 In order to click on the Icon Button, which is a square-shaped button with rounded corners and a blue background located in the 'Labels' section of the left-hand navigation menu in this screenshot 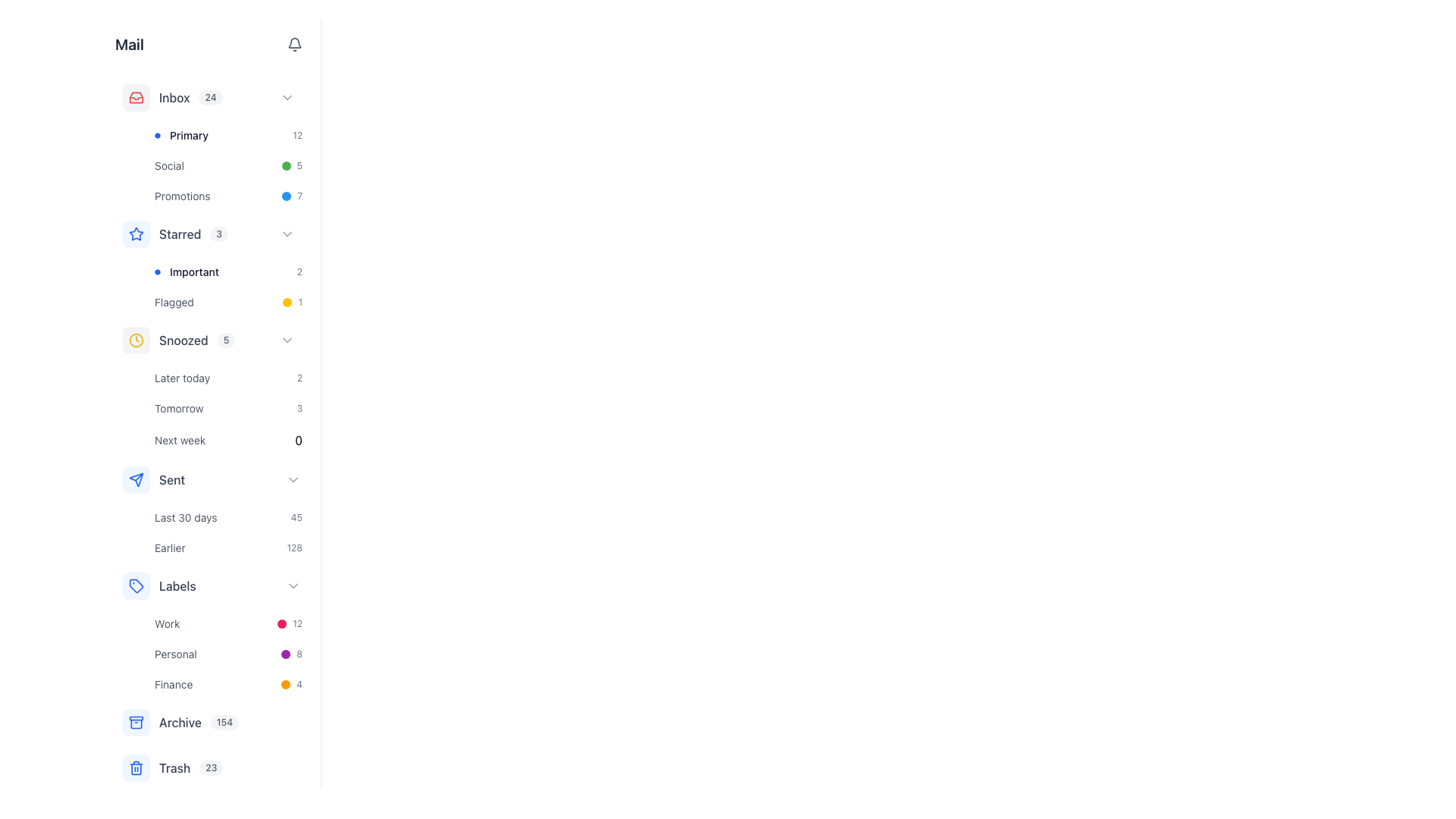, I will do `click(136, 585)`.